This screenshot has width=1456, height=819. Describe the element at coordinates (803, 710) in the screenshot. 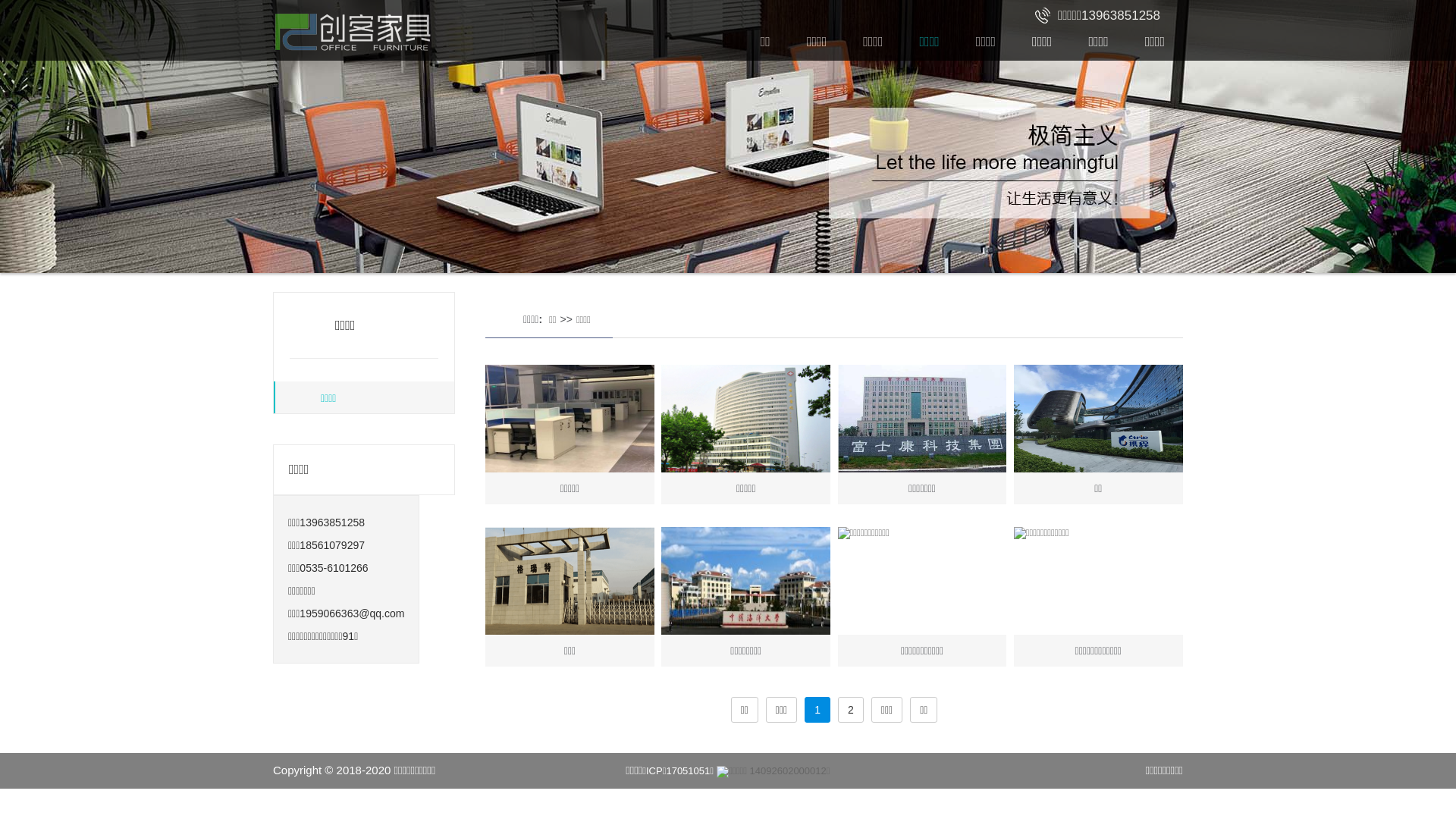

I see `'1'` at that location.